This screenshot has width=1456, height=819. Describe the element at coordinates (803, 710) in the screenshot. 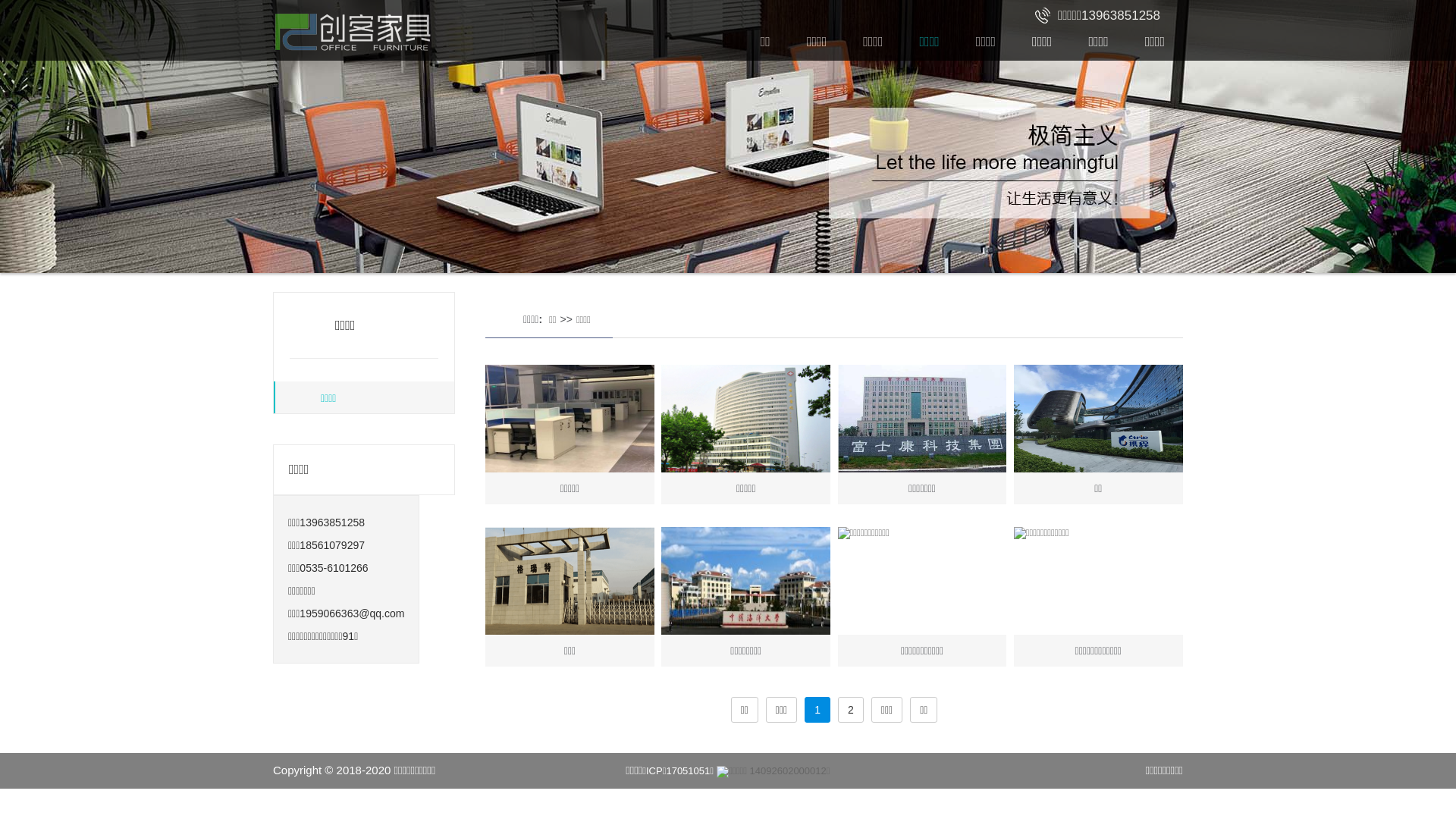

I see `'1'` at that location.